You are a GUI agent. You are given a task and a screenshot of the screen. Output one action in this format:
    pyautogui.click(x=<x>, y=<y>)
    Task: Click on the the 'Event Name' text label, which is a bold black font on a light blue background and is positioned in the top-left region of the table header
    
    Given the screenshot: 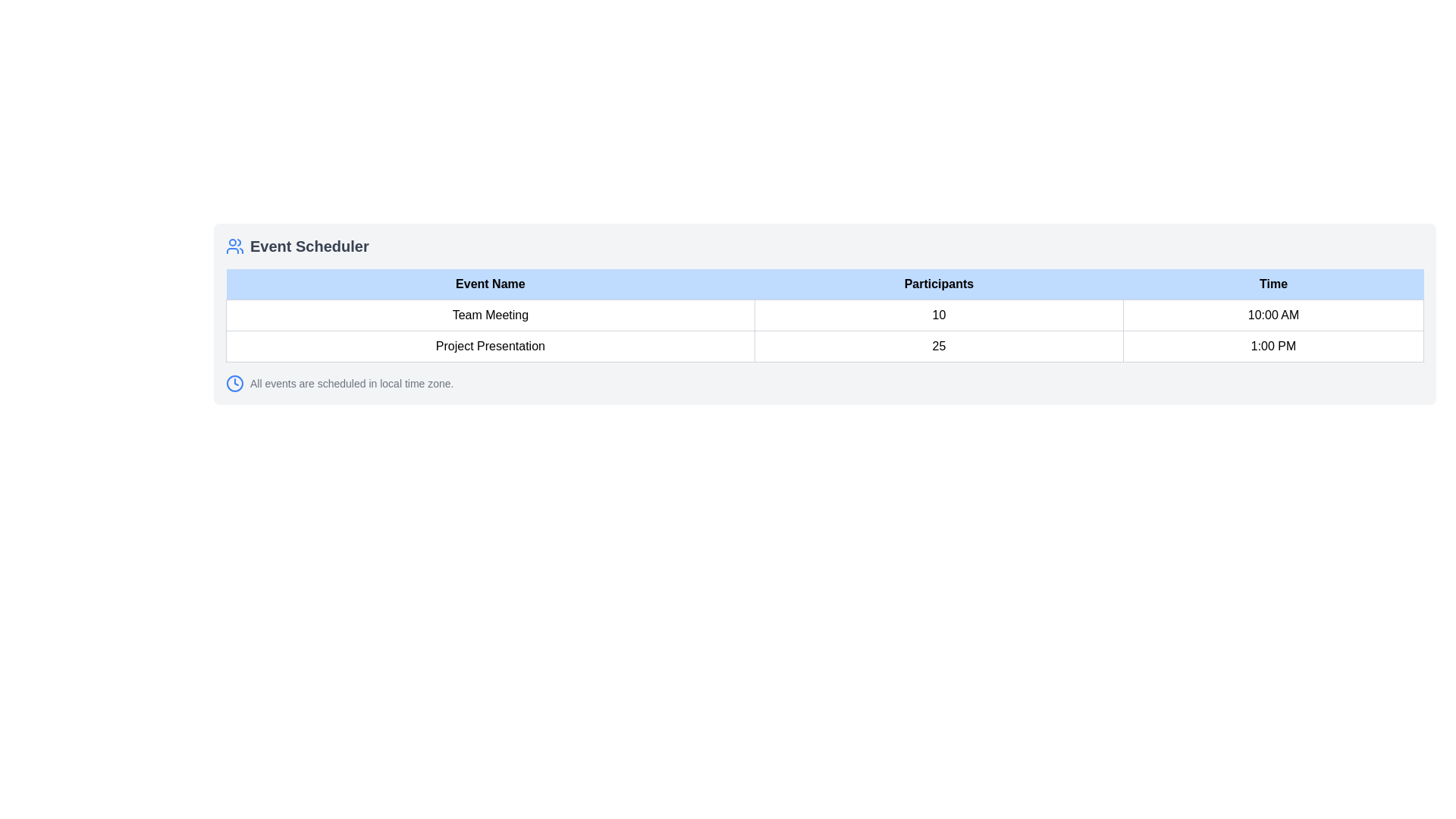 What is the action you would take?
    pyautogui.click(x=490, y=284)
    